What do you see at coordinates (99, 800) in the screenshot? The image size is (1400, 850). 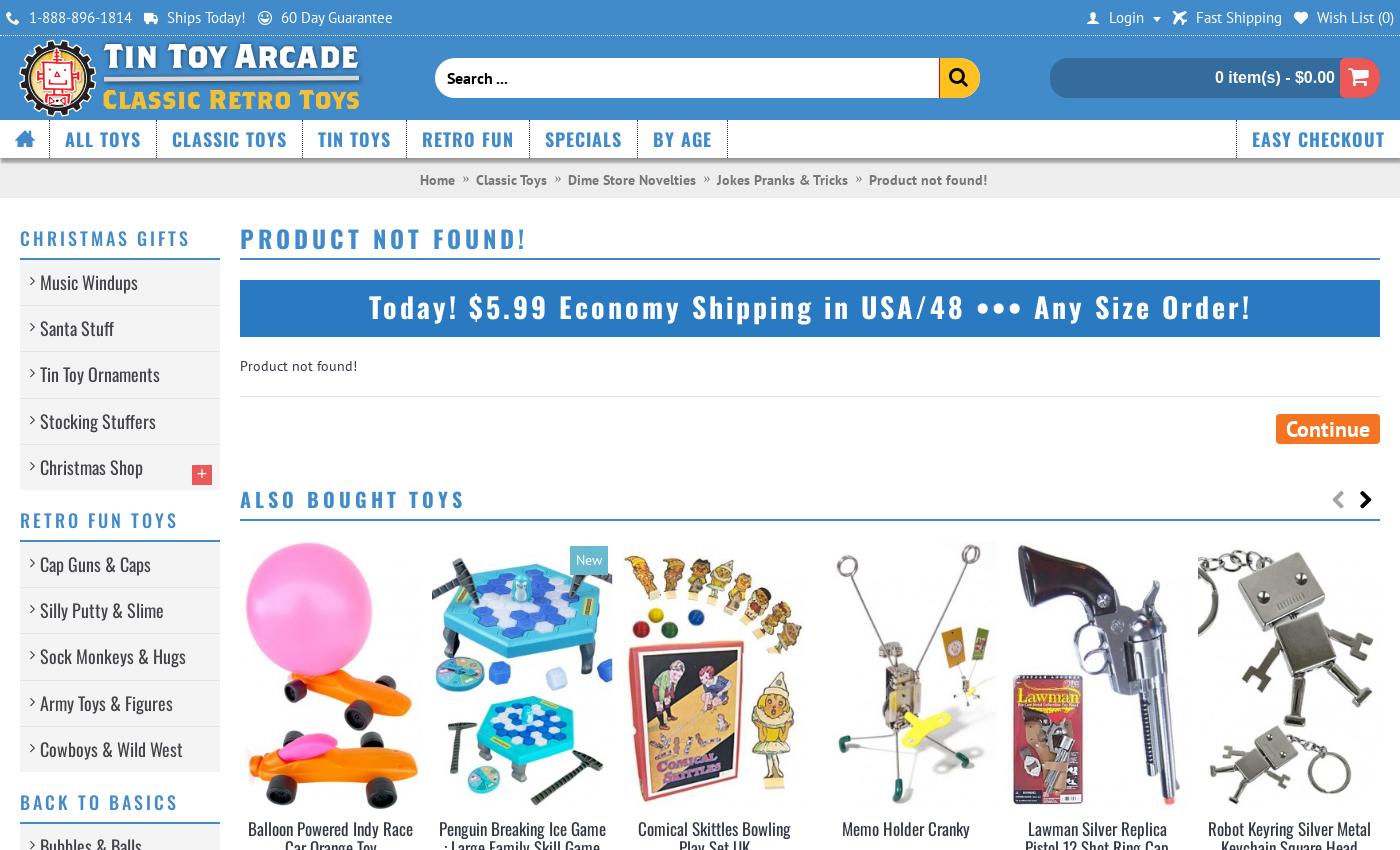 I see `'Back to Basics'` at bounding box center [99, 800].